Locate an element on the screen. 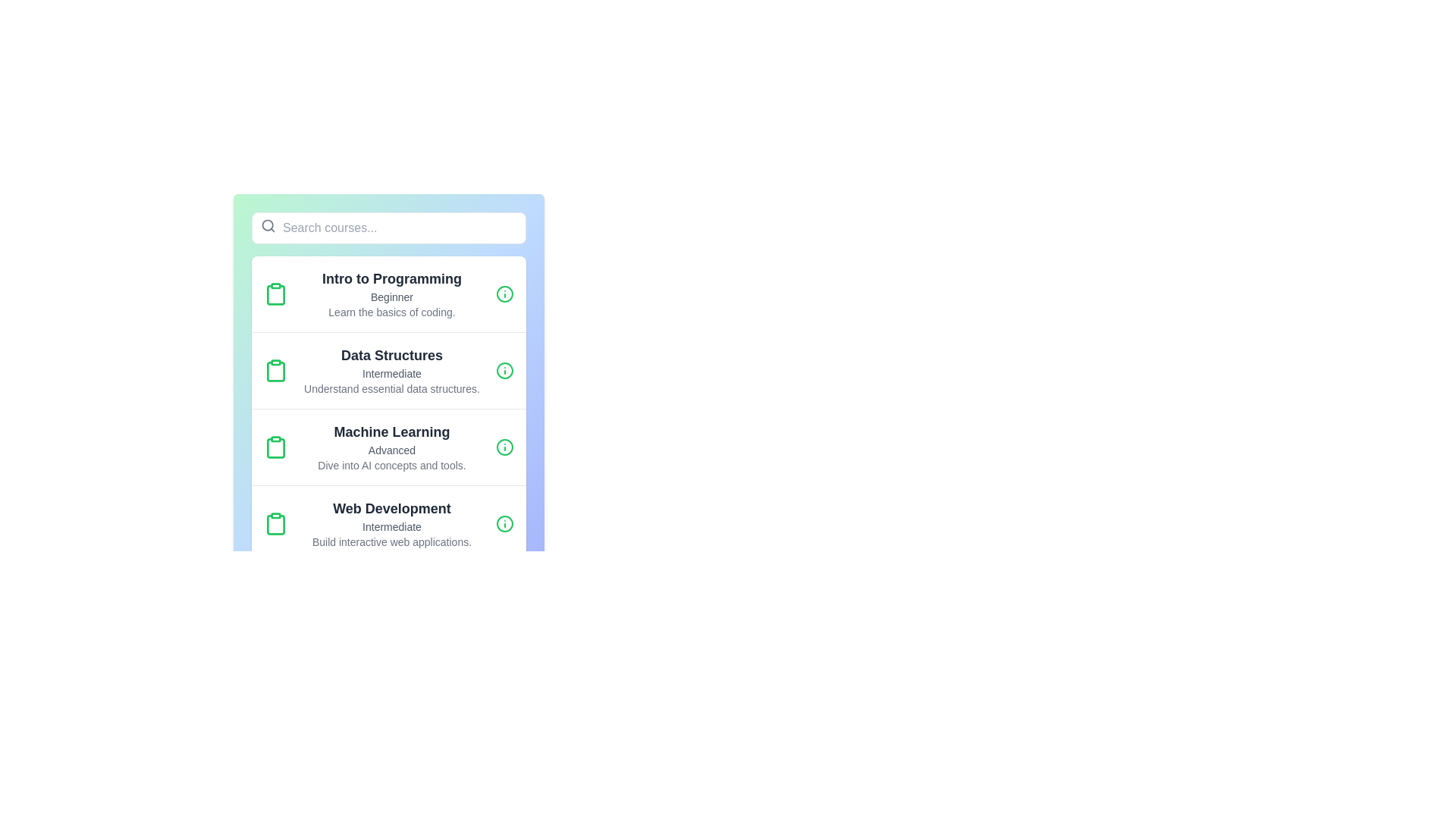  an item in the interactive list of courses is located at coordinates (389, 408).